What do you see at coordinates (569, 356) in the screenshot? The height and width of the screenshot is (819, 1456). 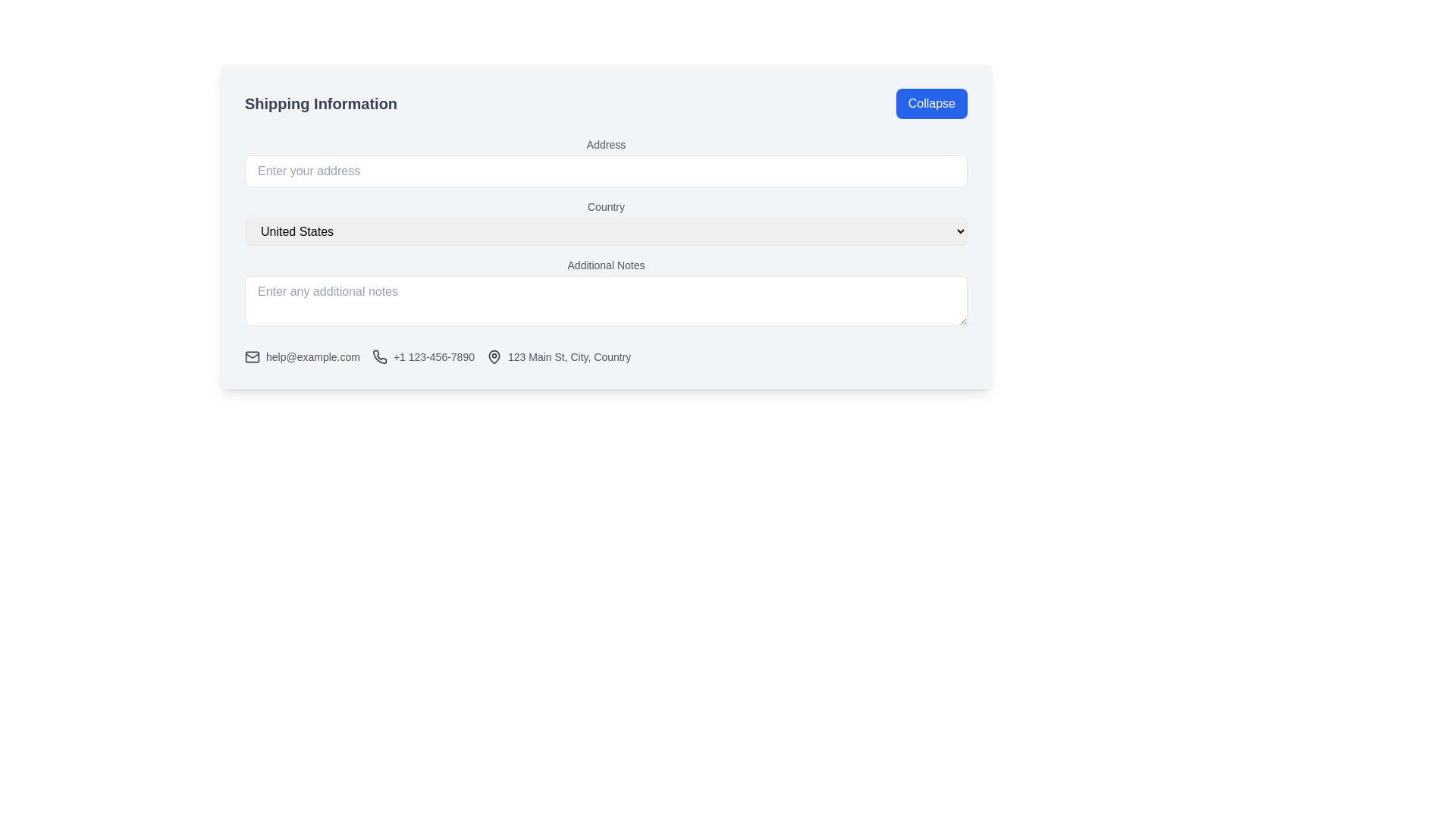 I see `the non-interactive text label displaying the address located on the bottom-right side of the layout, adjacent to a map pin icon` at bounding box center [569, 356].